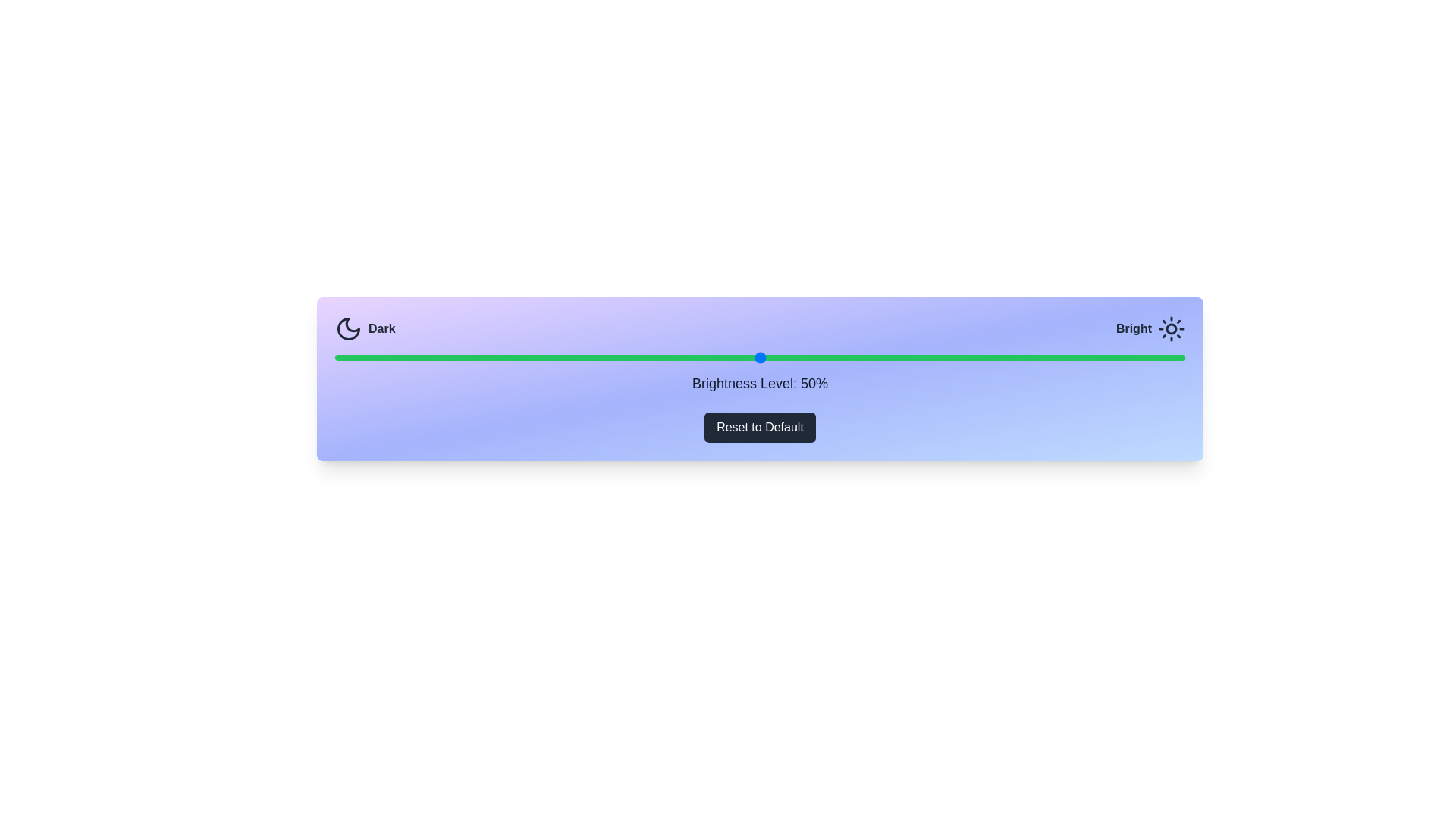 This screenshot has width=1456, height=819. I want to click on the brightness slider to 67%, so click(905, 357).